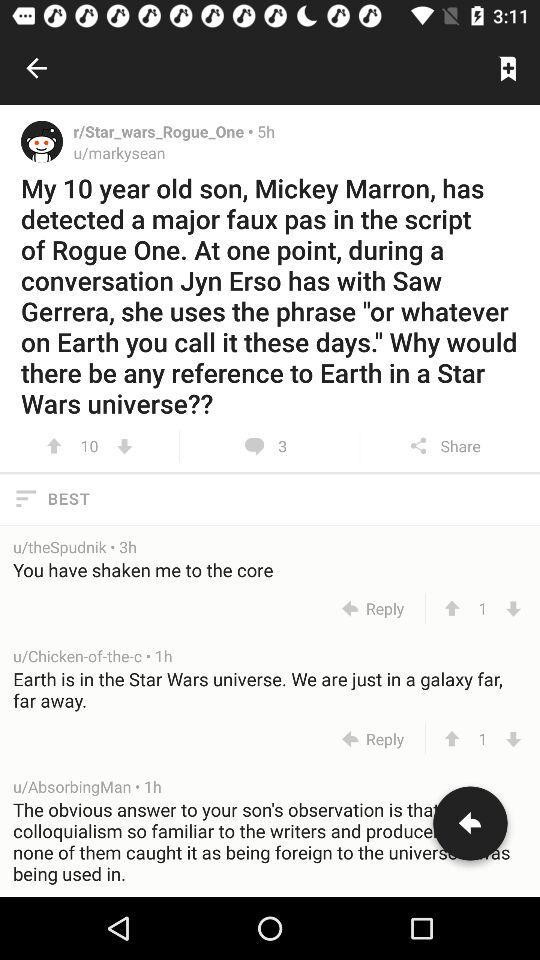  What do you see at coordinates (508, 68) in the screenshot?
I see `the item above my 10 year` at bounding box center [508, 68].